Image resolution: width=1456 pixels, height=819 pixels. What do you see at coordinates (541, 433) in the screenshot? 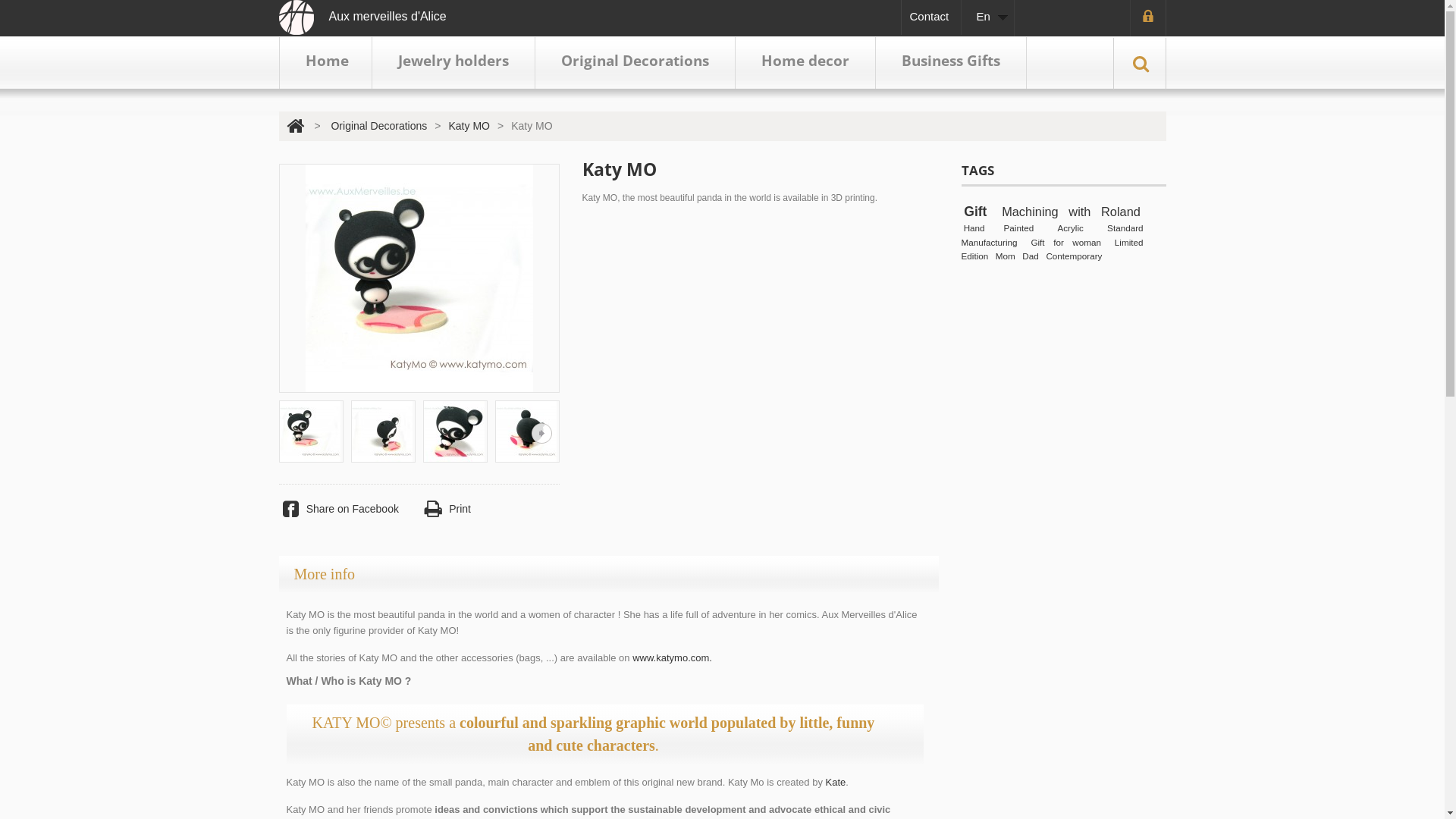
I see `'Next'` at bounding box center [541, 433].